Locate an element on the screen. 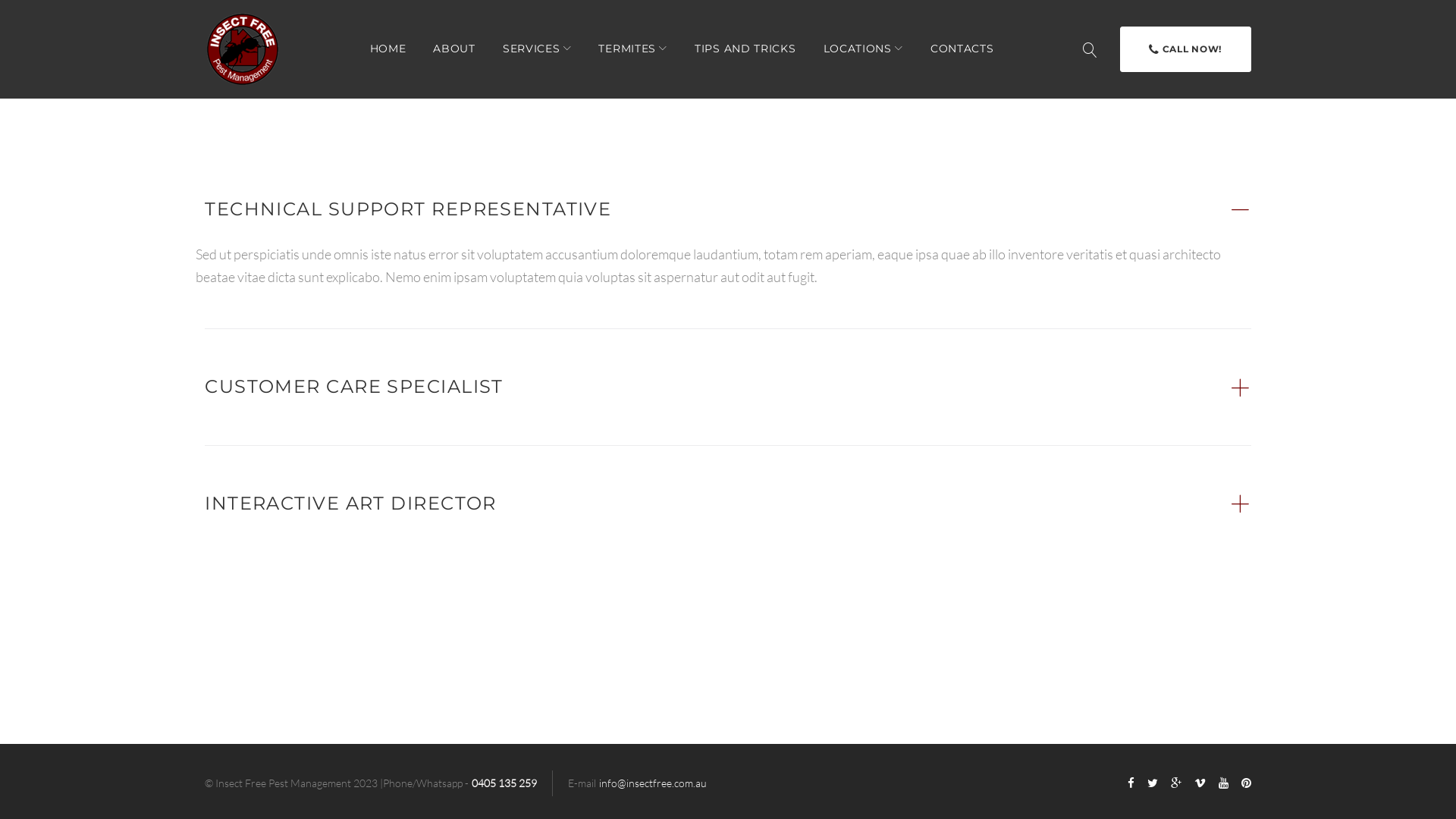  'CALL NOW!' is located at coordinates (1185, 49).